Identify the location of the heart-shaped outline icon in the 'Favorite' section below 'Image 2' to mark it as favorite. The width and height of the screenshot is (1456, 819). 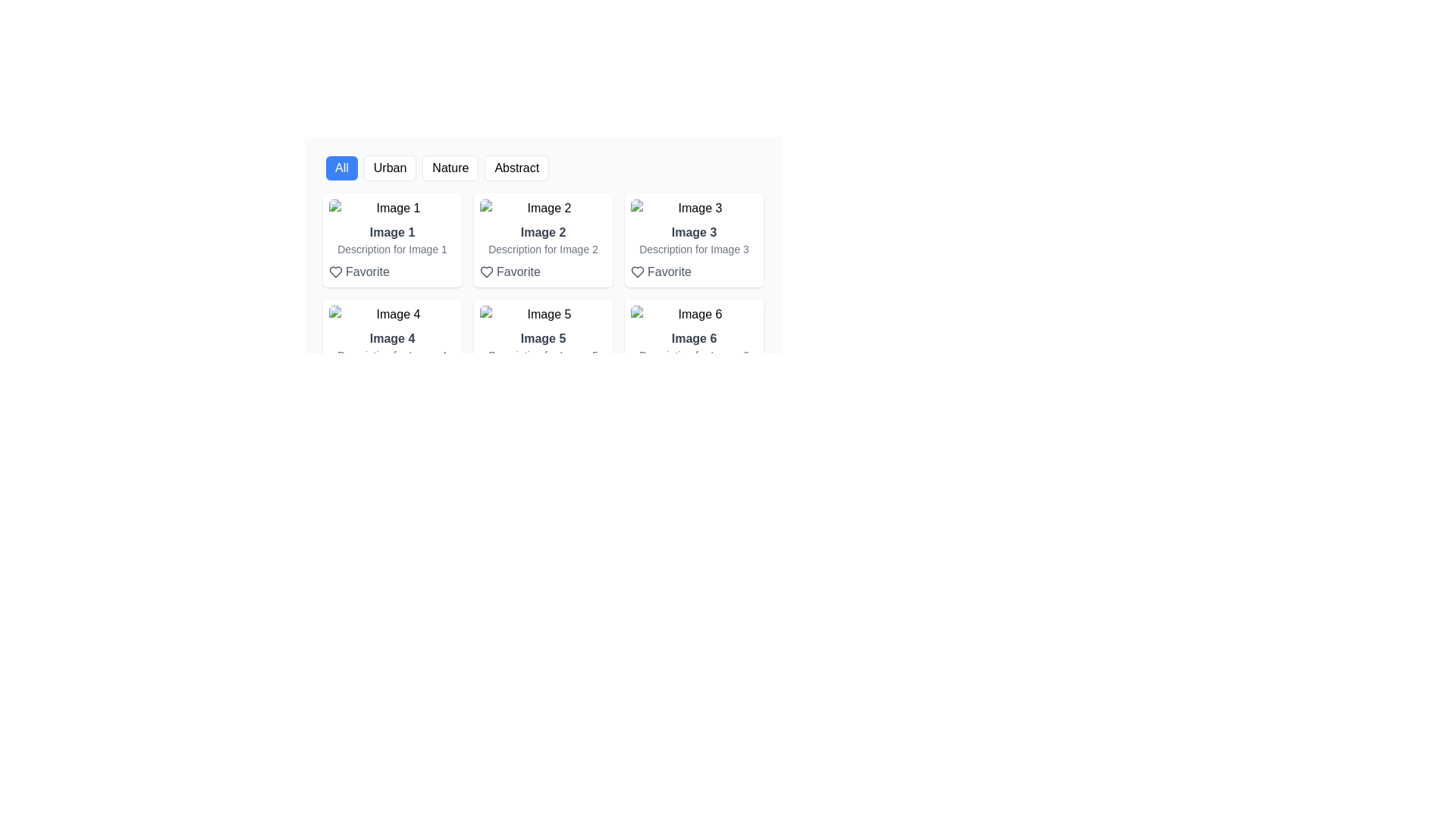
(487, 271).